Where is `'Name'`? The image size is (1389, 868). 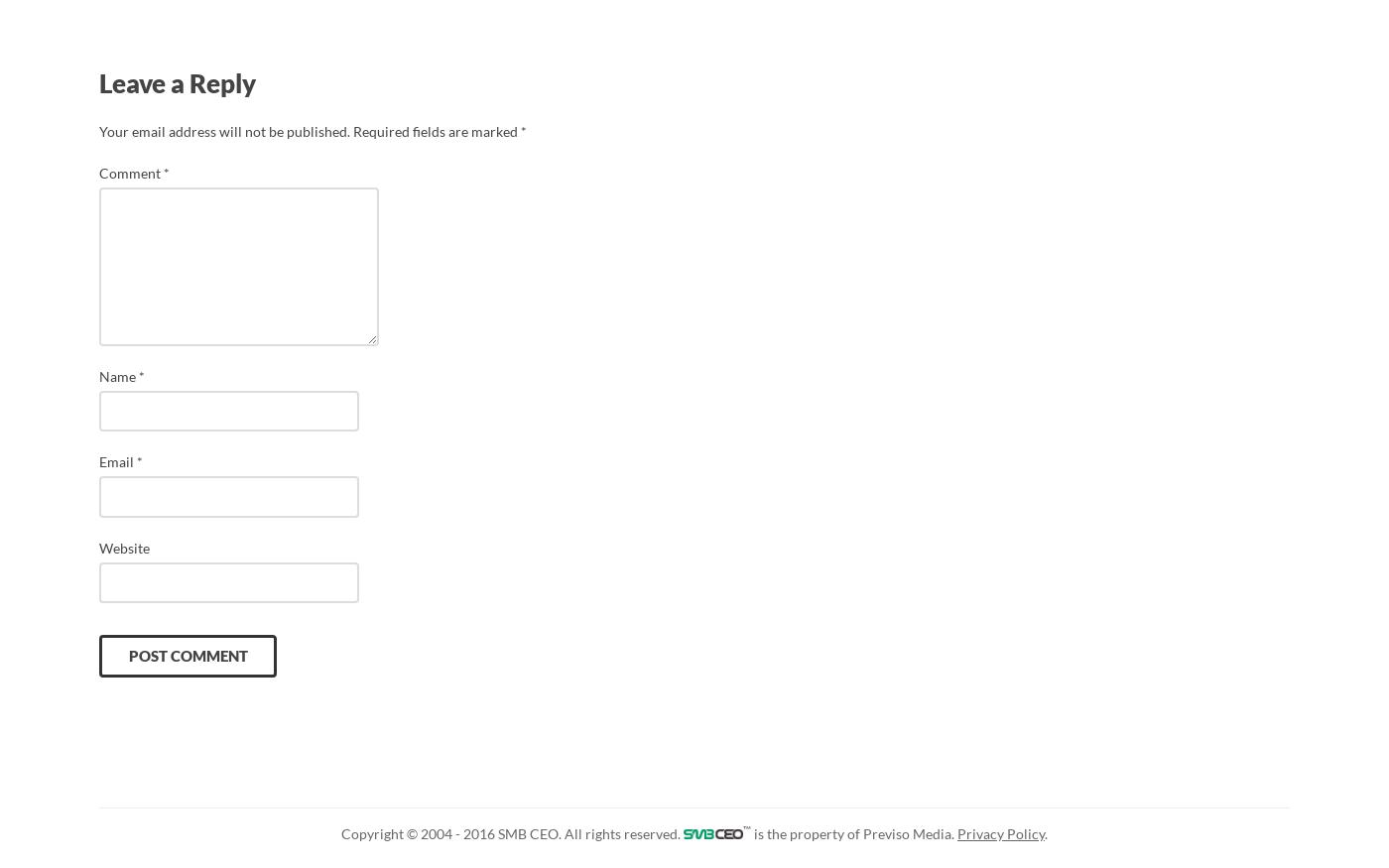
'Name' is located at coordinates (118, 375).